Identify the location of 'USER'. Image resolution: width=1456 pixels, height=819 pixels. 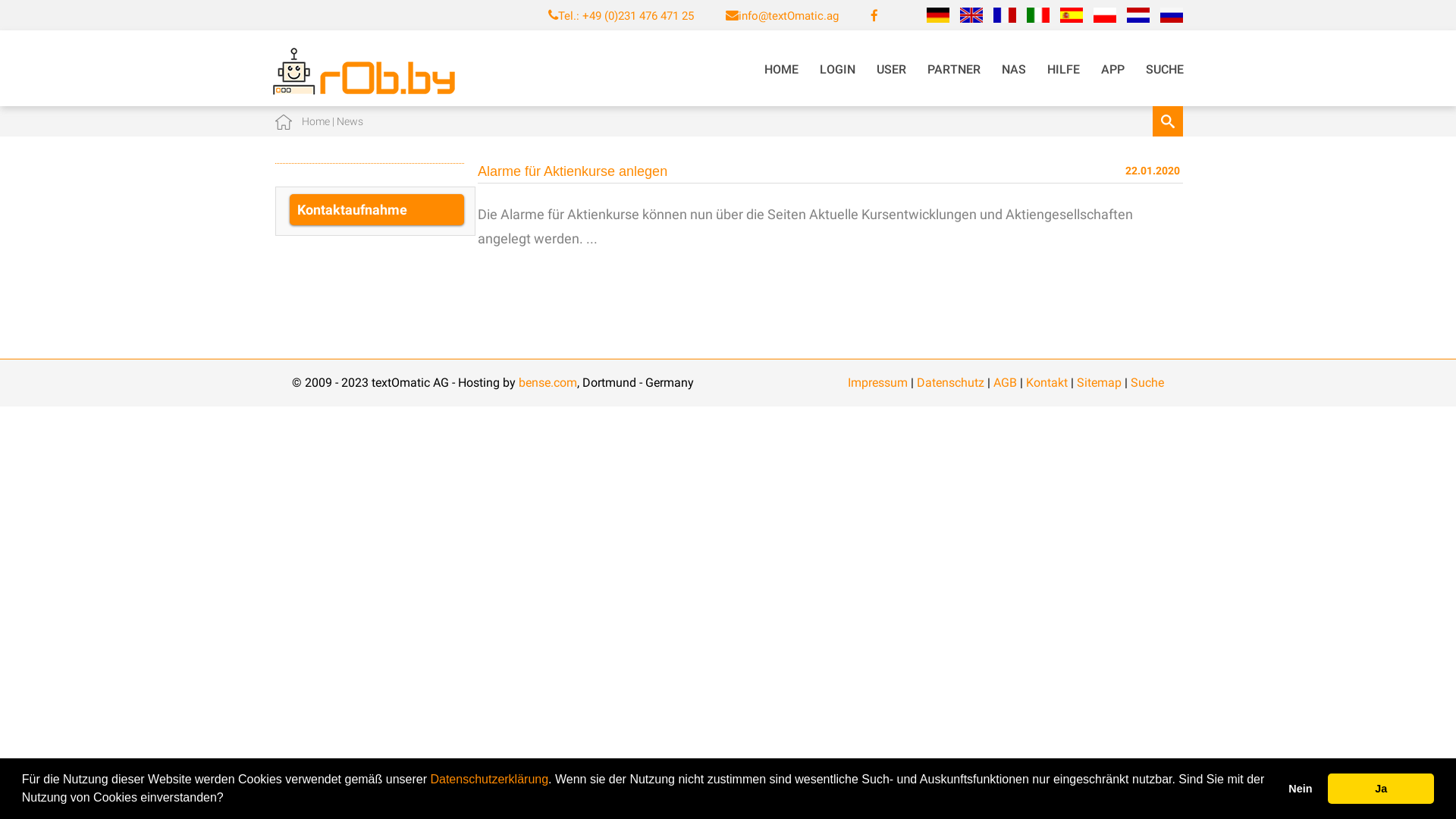
(891, 69).